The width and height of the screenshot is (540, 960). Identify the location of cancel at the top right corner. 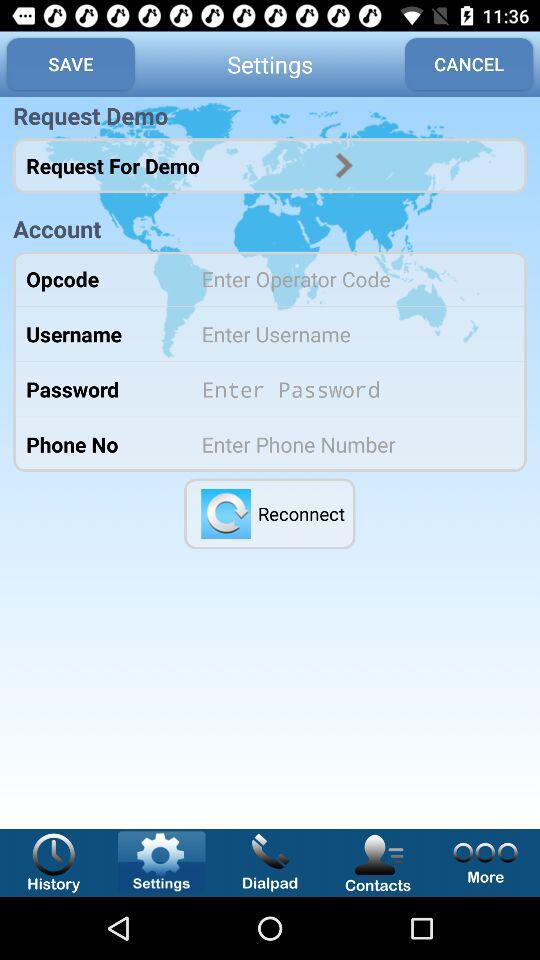
(469, 64).